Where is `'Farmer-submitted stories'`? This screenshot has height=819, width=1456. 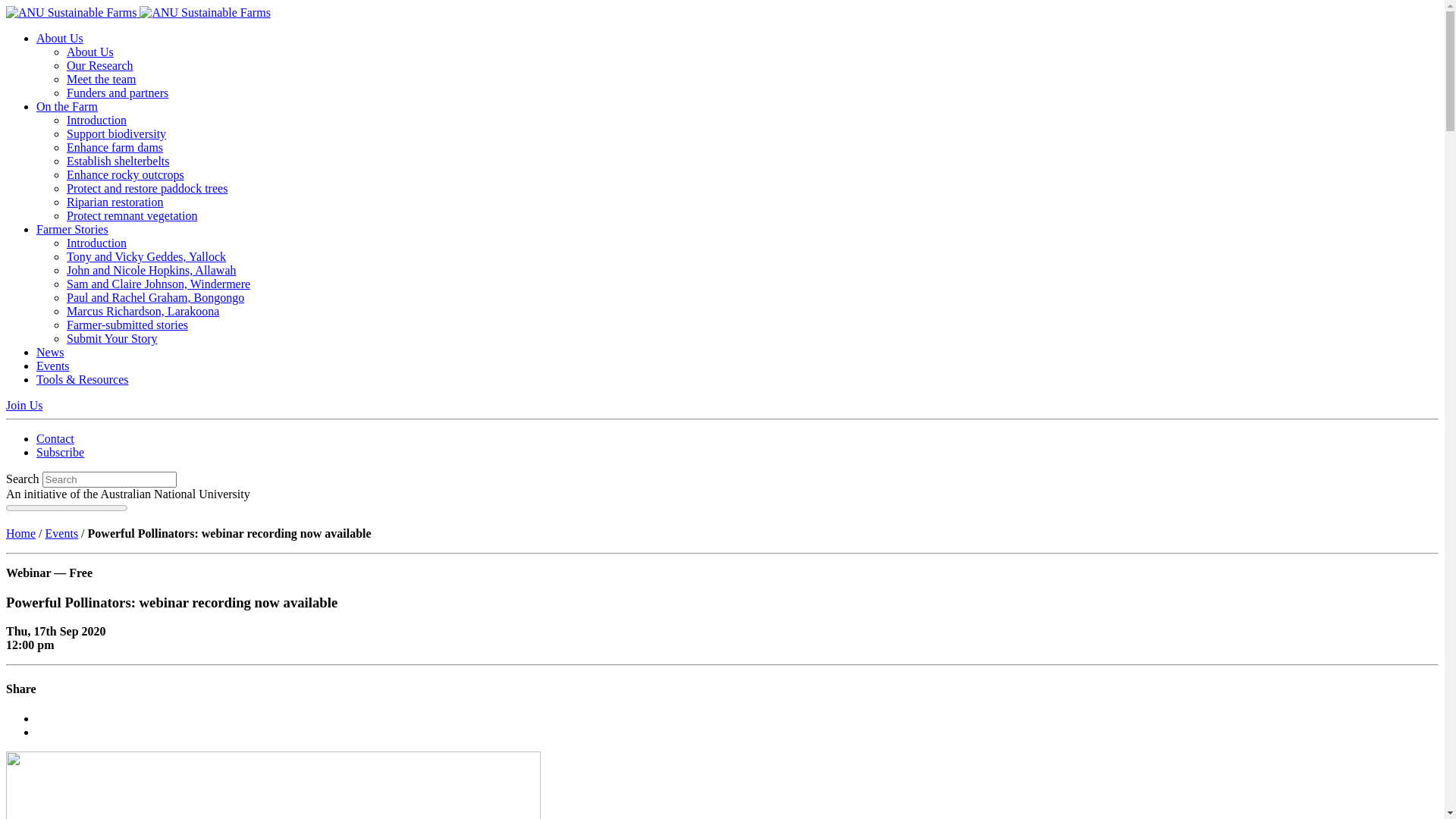
'Farmer-submitted stories' is located at coordinates (65, 324).